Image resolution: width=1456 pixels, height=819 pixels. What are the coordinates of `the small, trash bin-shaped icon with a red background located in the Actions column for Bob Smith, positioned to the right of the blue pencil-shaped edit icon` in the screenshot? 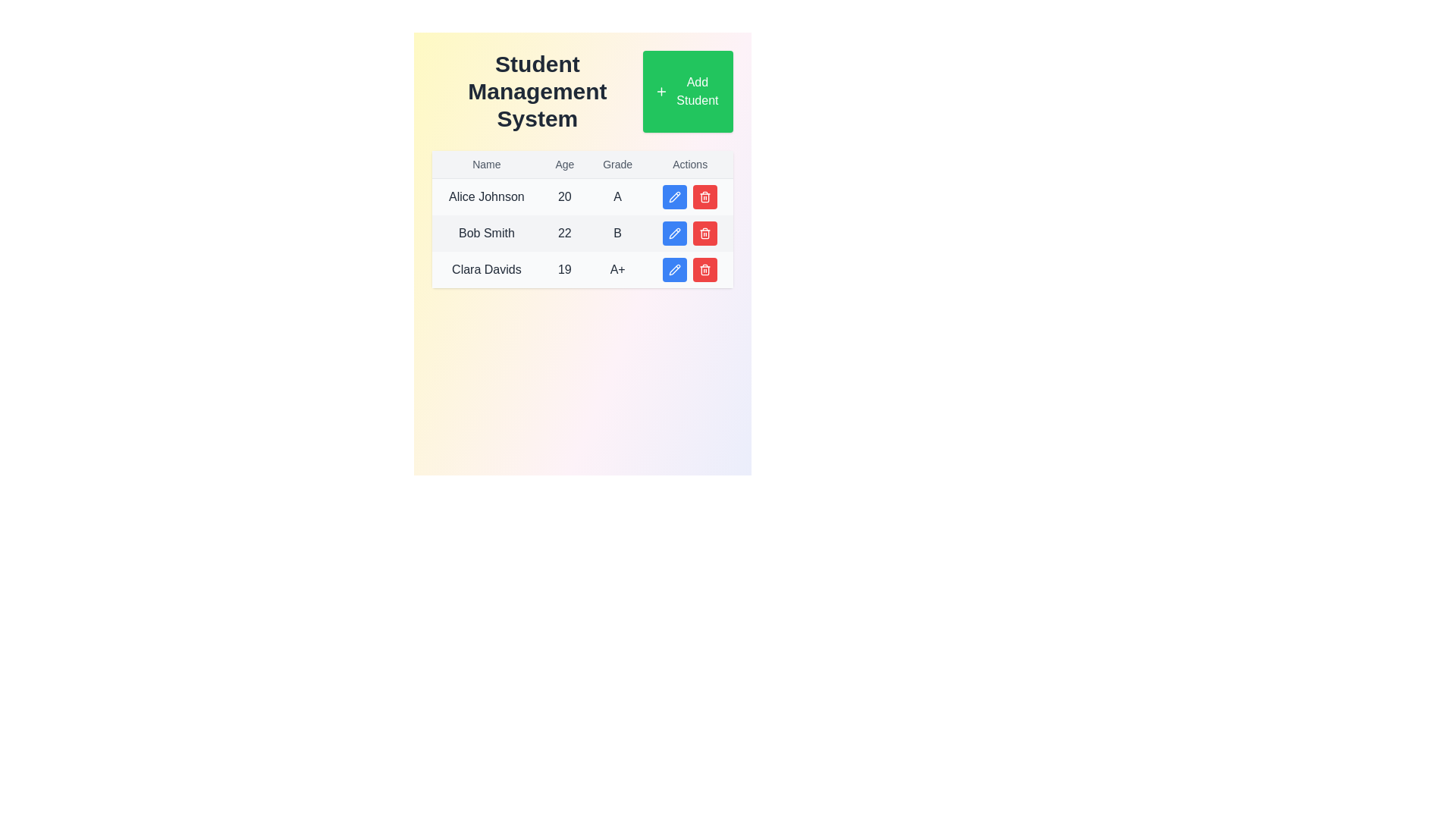 It's located at (704, 234).